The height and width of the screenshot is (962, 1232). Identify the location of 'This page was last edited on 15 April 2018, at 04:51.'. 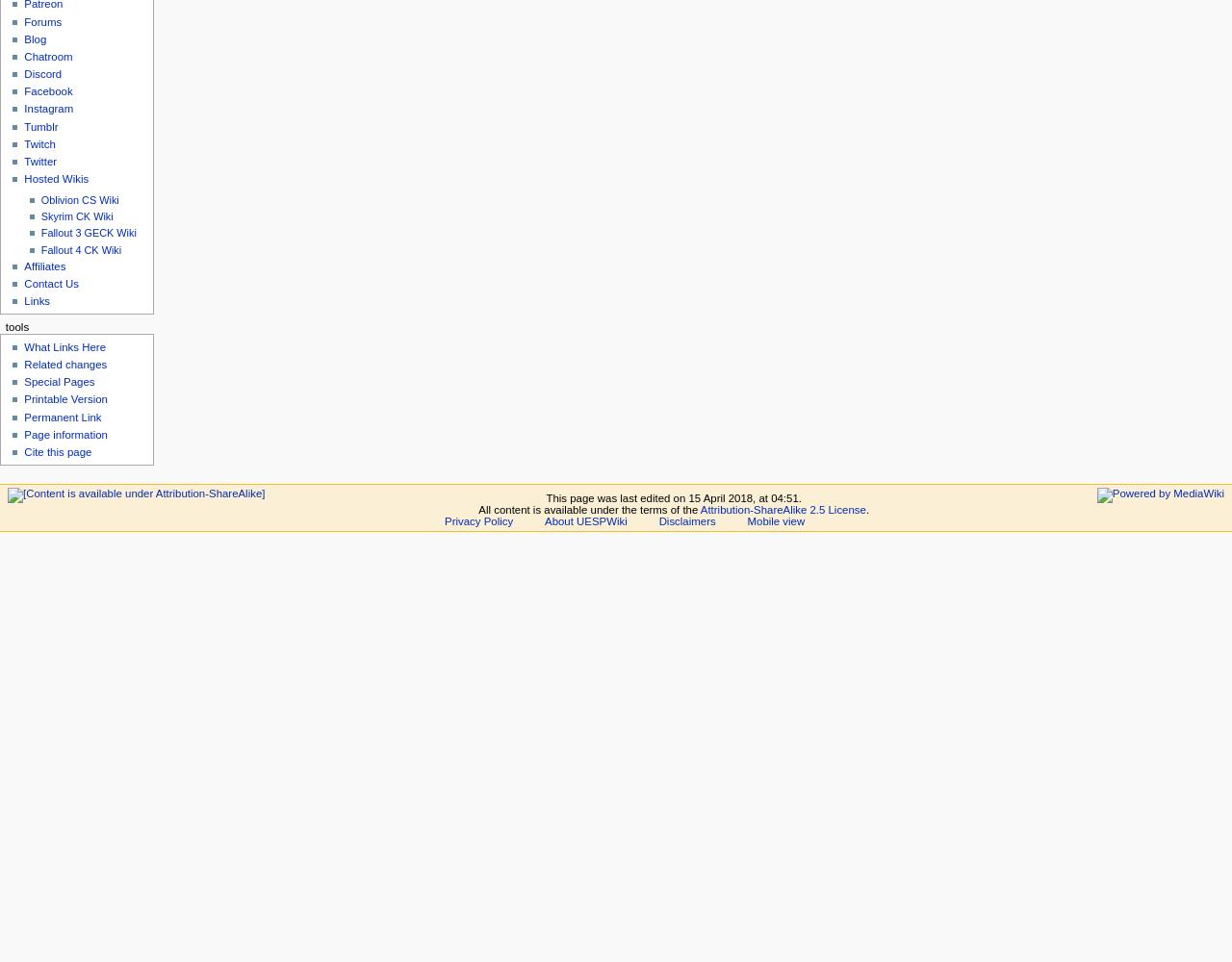
(673, 498).